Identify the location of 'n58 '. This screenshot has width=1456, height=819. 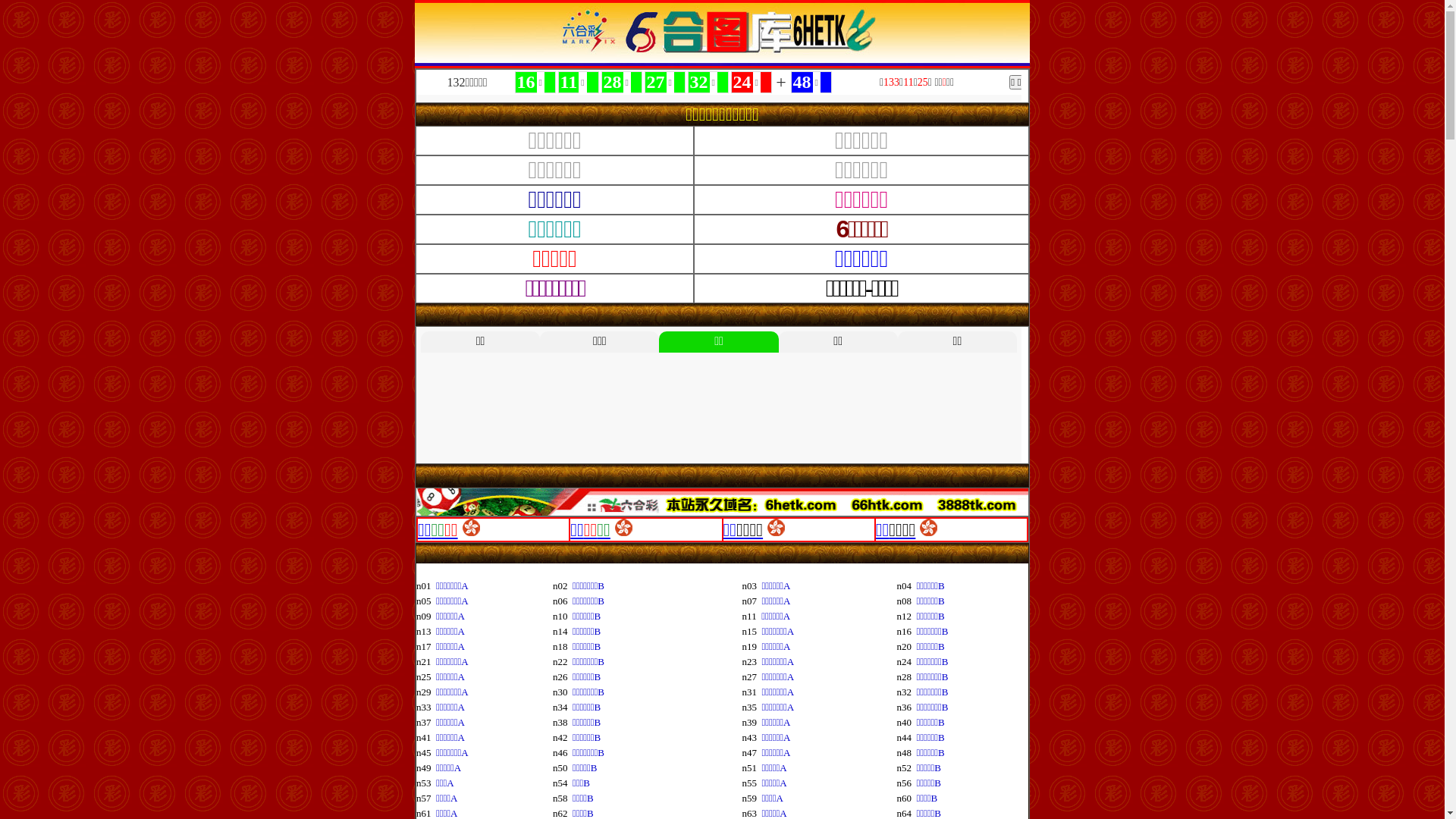
(562, 797).